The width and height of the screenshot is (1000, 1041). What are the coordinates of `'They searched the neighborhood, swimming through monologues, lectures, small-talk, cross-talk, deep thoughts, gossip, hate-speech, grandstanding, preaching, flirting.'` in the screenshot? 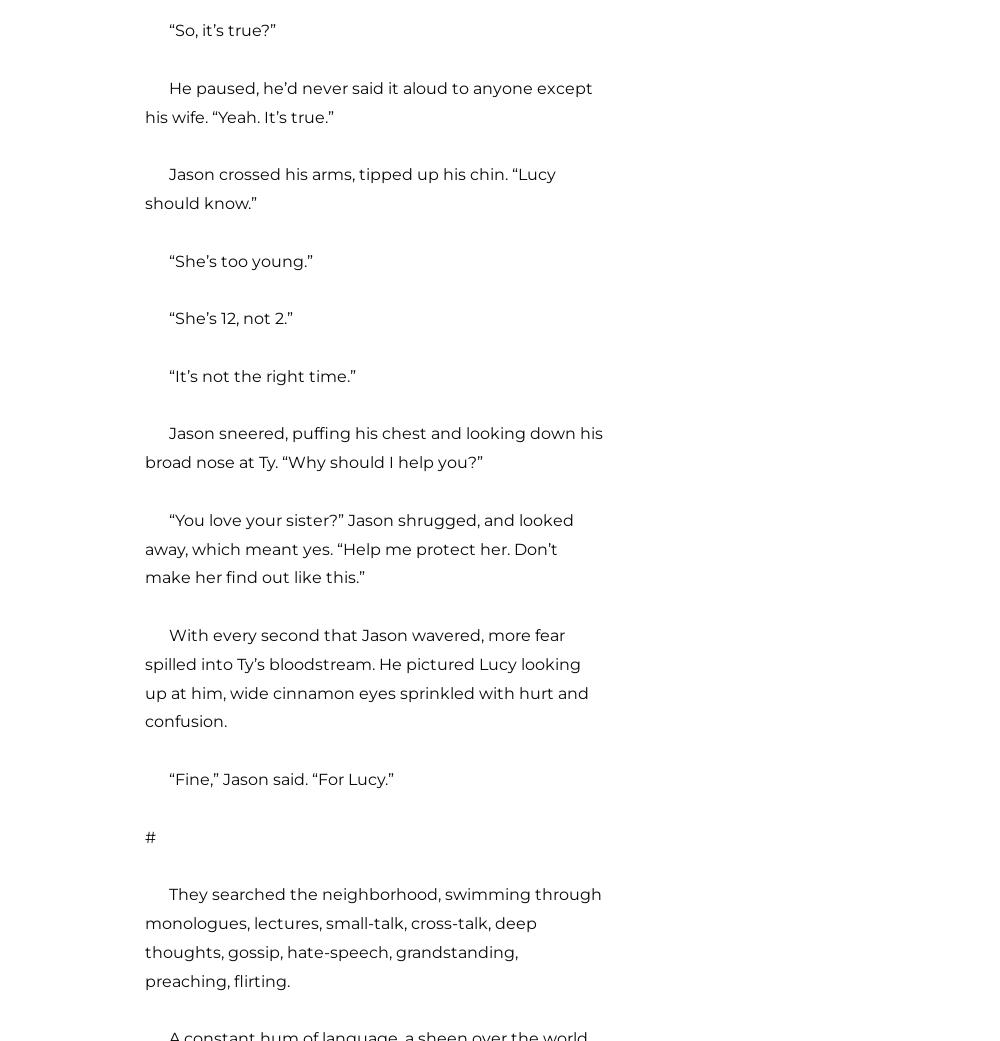 It's located at (372, 936).